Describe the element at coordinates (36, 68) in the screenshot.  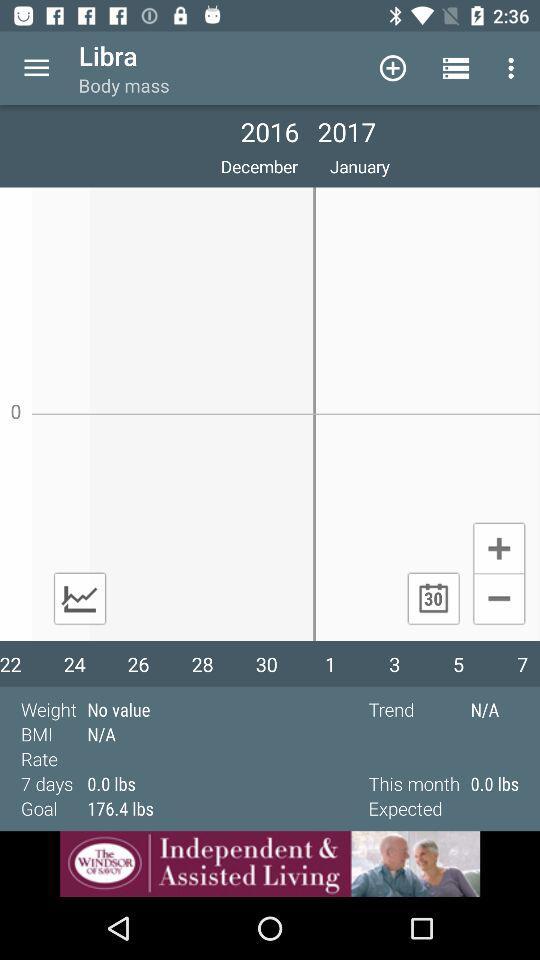
I see `menu option` at that location.